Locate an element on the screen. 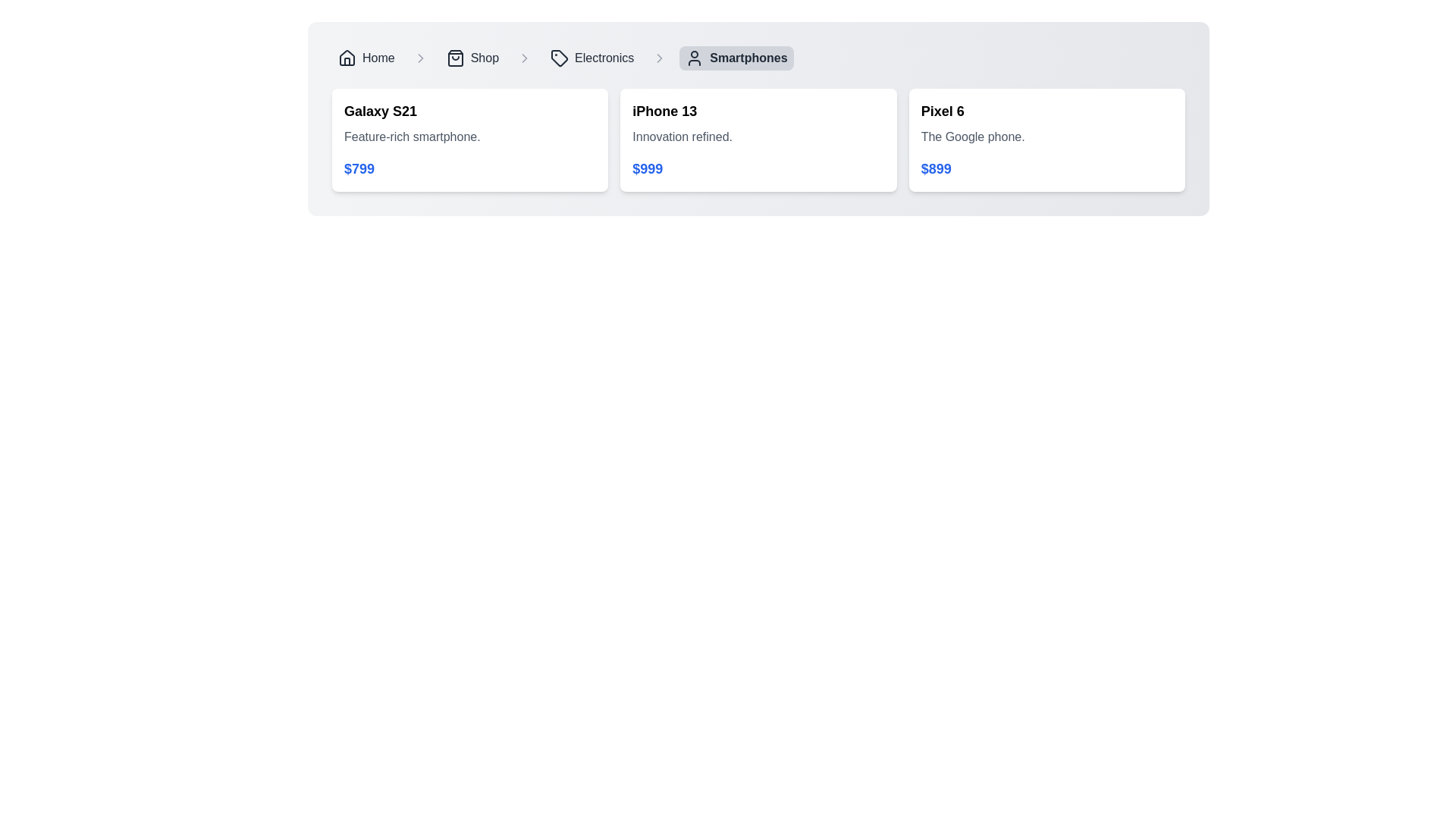 This screenshot has height=819, width=1456. the text display element that provides a brief description about the product, positioned below the title 'iPhone 13' and above the price '$999', which is the second product card in the row is located at coordinates (682, 137).